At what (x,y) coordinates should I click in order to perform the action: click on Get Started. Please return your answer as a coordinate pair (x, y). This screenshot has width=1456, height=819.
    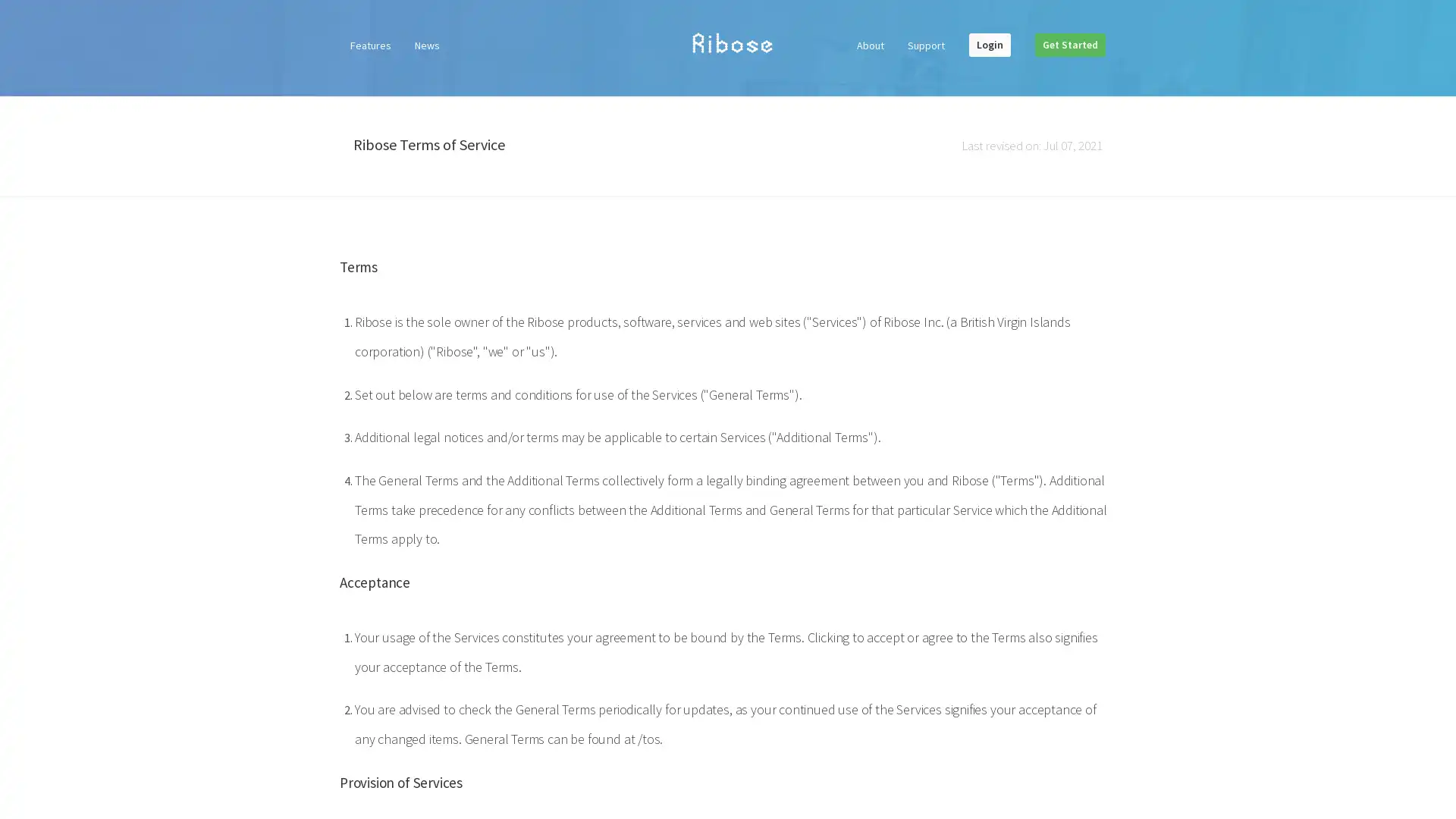
    Looking at the image, I should click on (1069, 43).